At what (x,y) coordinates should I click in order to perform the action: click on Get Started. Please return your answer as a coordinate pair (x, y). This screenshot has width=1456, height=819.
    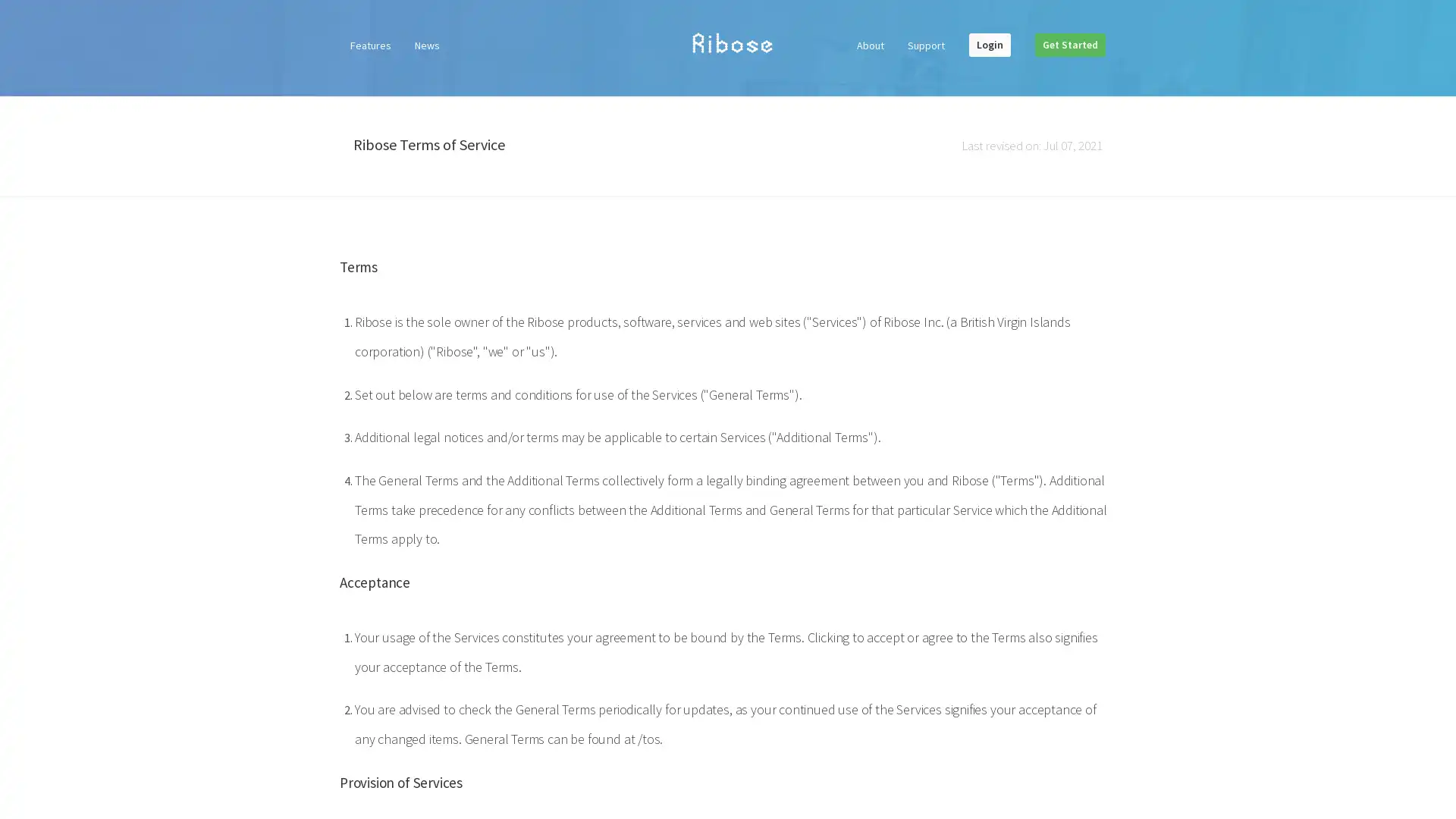
    Looking at the image, I should click on (1069, 43).